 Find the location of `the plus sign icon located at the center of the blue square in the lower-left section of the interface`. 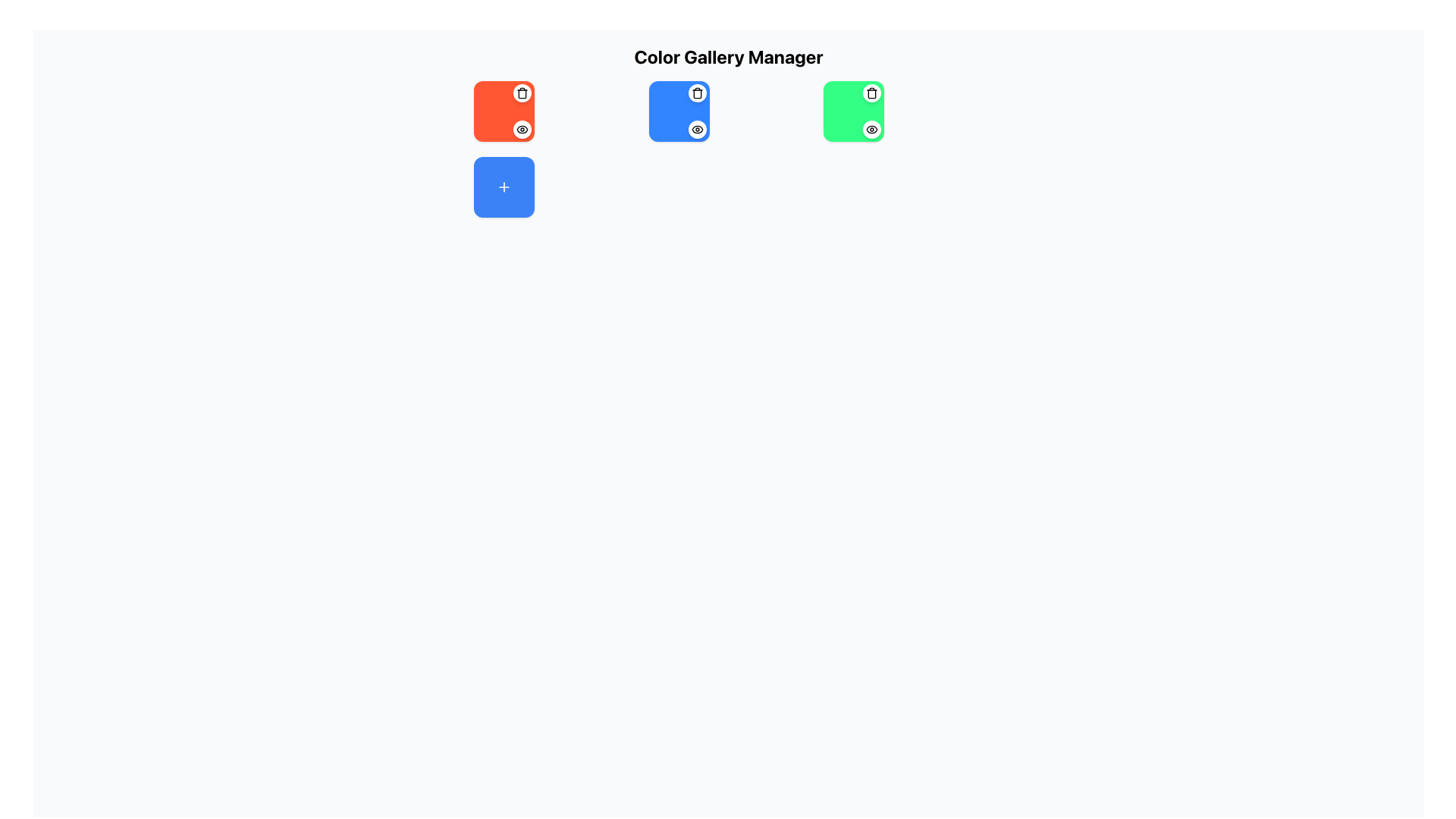

the plus sign icon located at the center of the blue square in the lower-left section of the interface is located at coordinates (504, 186).